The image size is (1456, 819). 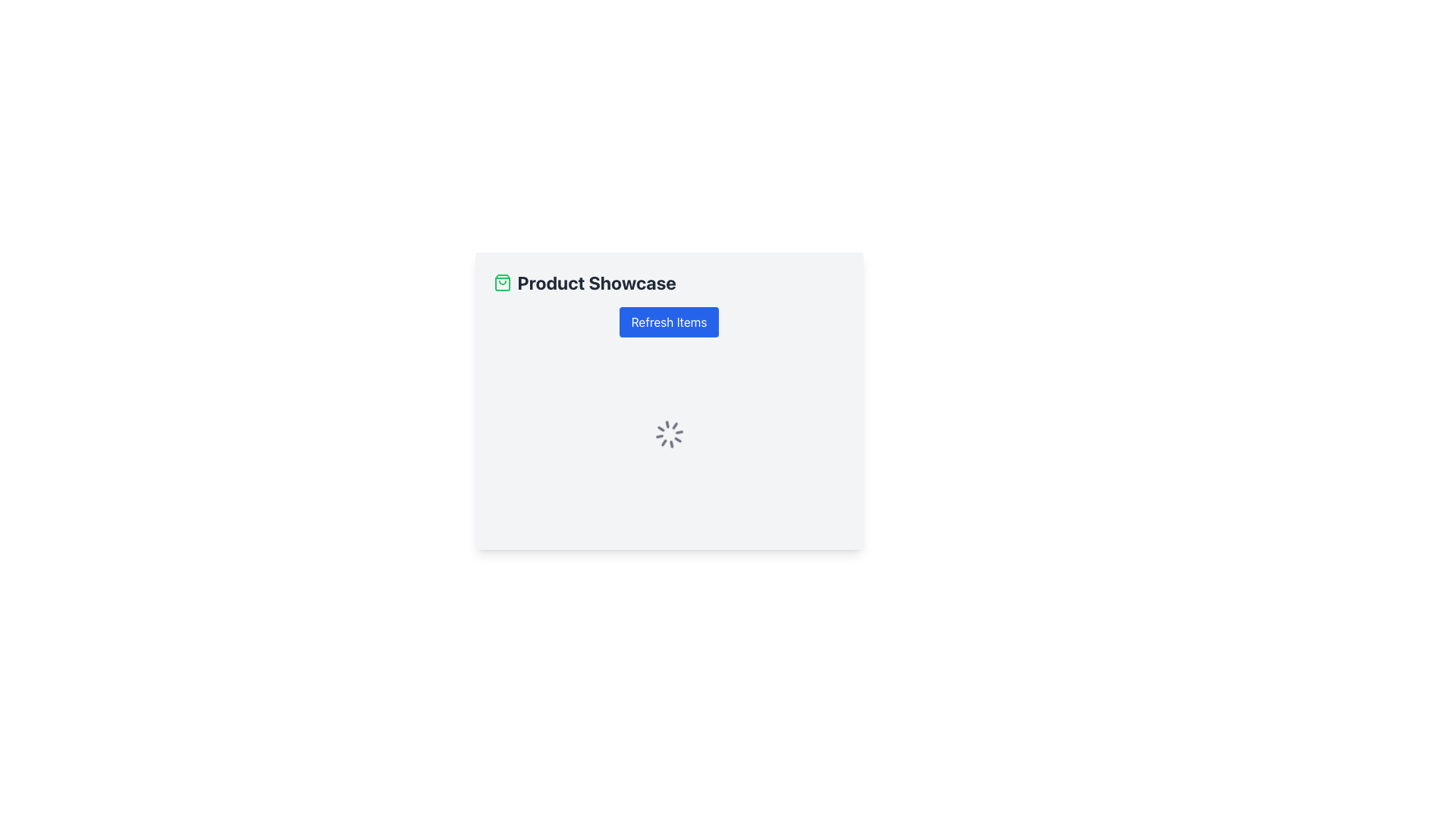 I want to click on the loading spinner located centrally below the 'Refresh Items' button in the 'Product Showcase' box, so click(x=668, y=435).